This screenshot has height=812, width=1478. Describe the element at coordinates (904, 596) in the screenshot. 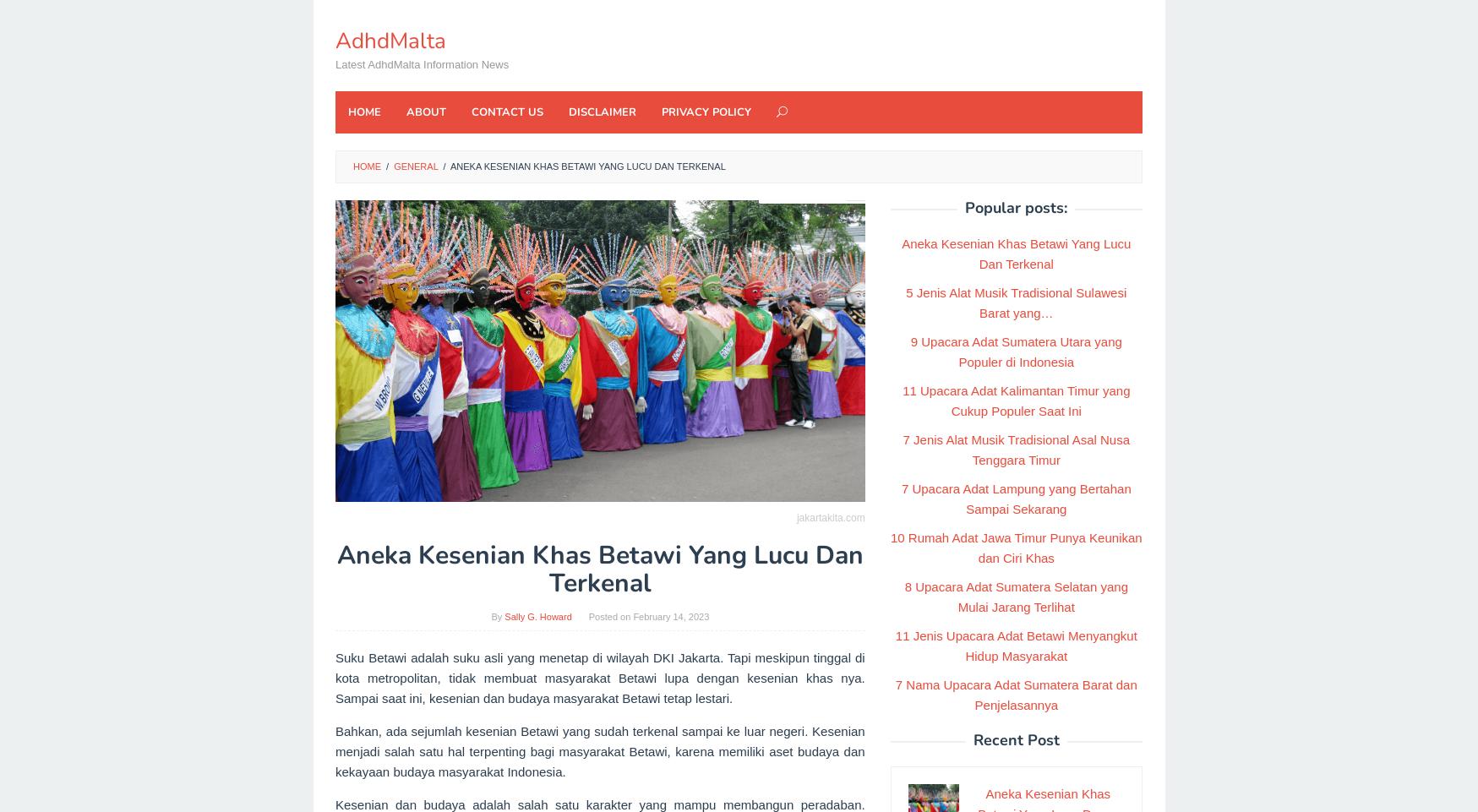

I see `'8 Upacara Adat Sumatera Selatan yang Mulai Jarang Terlihat'` at that location.